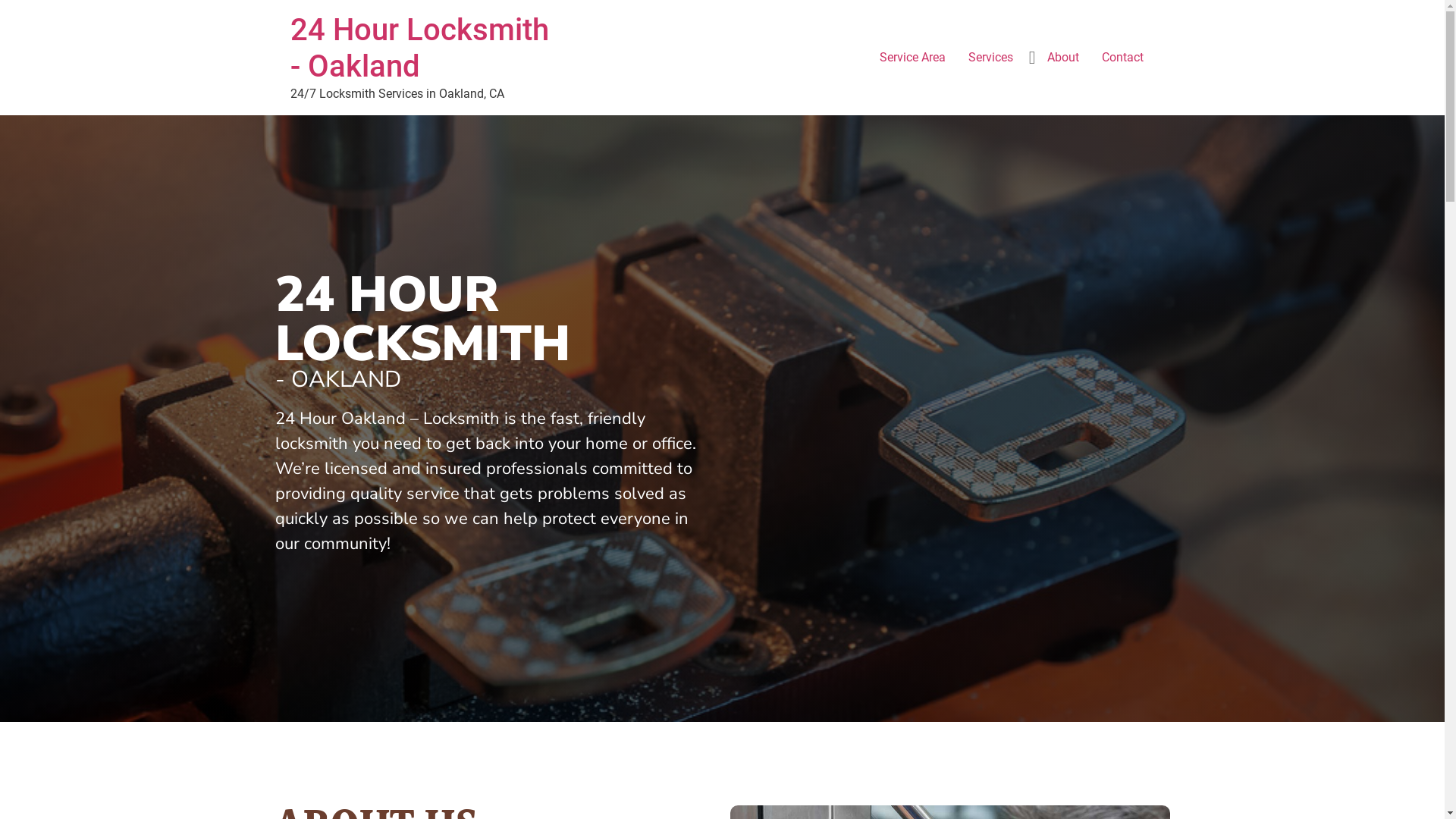  Describe the element at coordinates (911, 57) in the screenshot. I see `'Service Area'` at that location.